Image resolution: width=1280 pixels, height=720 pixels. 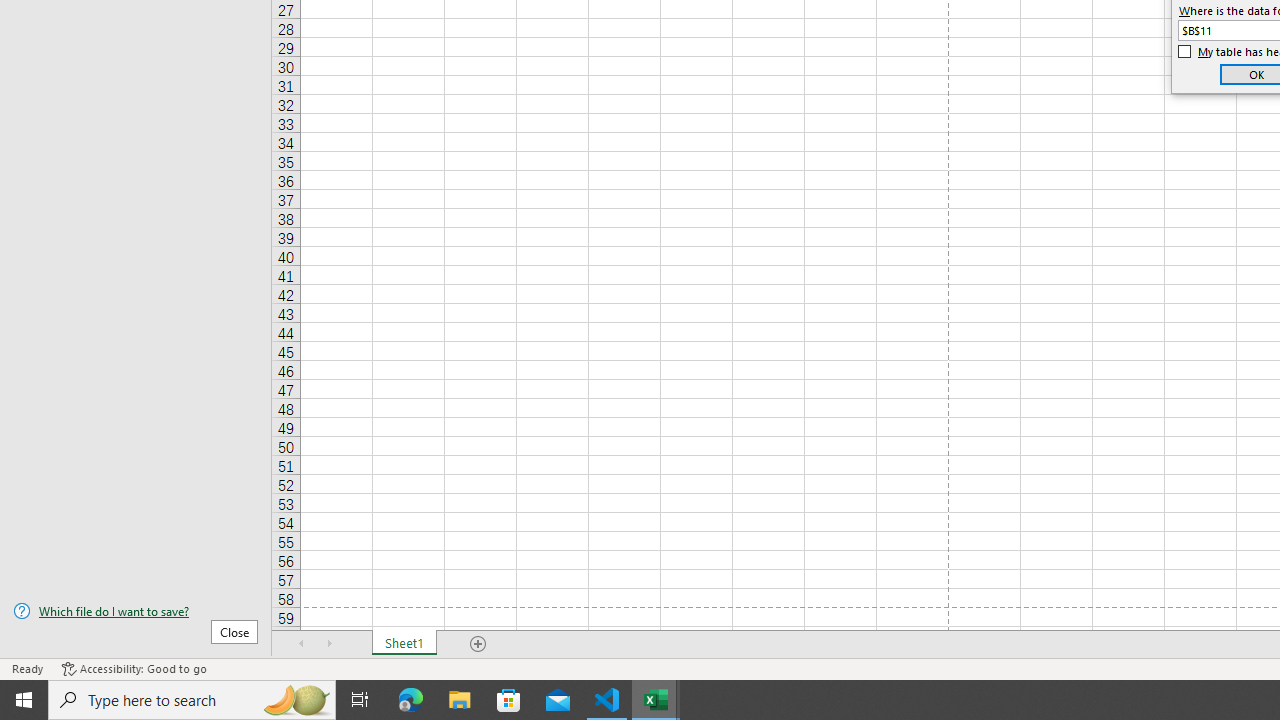 I want to click on 'Sheet1', so click(x=403, y=644).